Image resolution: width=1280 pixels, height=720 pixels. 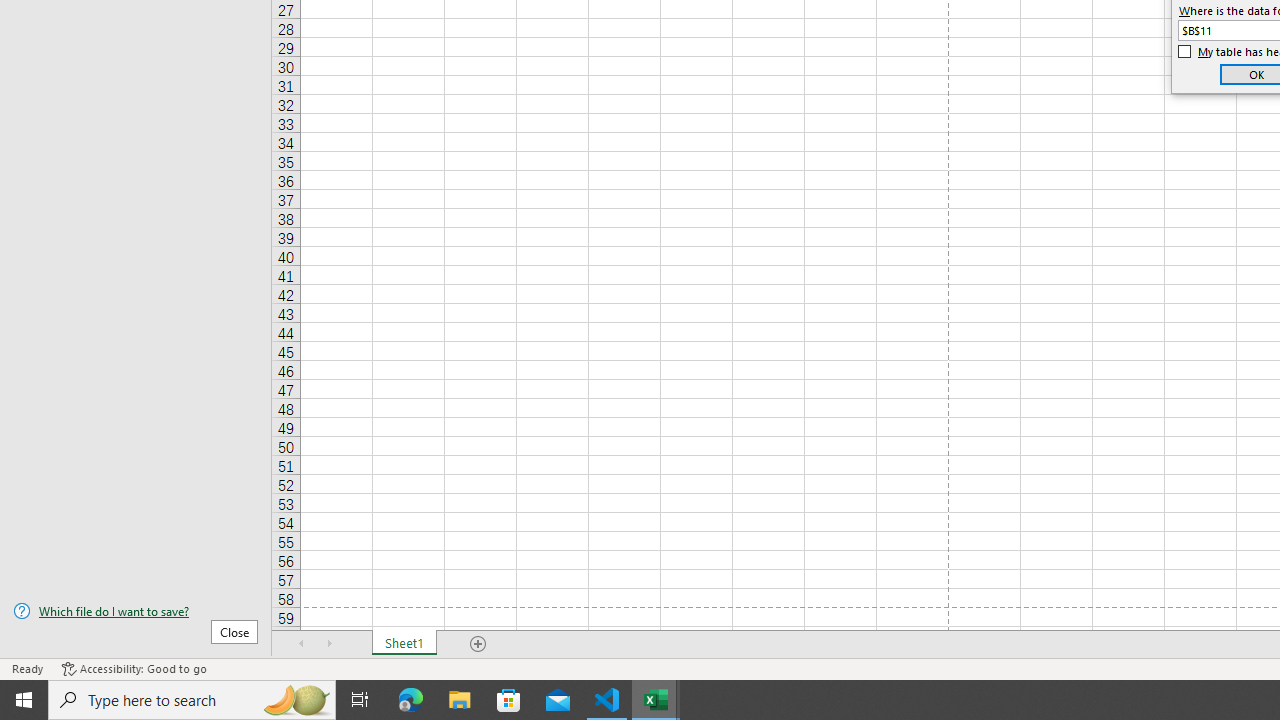 I want to click on 'Sheet1', so click(x=403, y=644).